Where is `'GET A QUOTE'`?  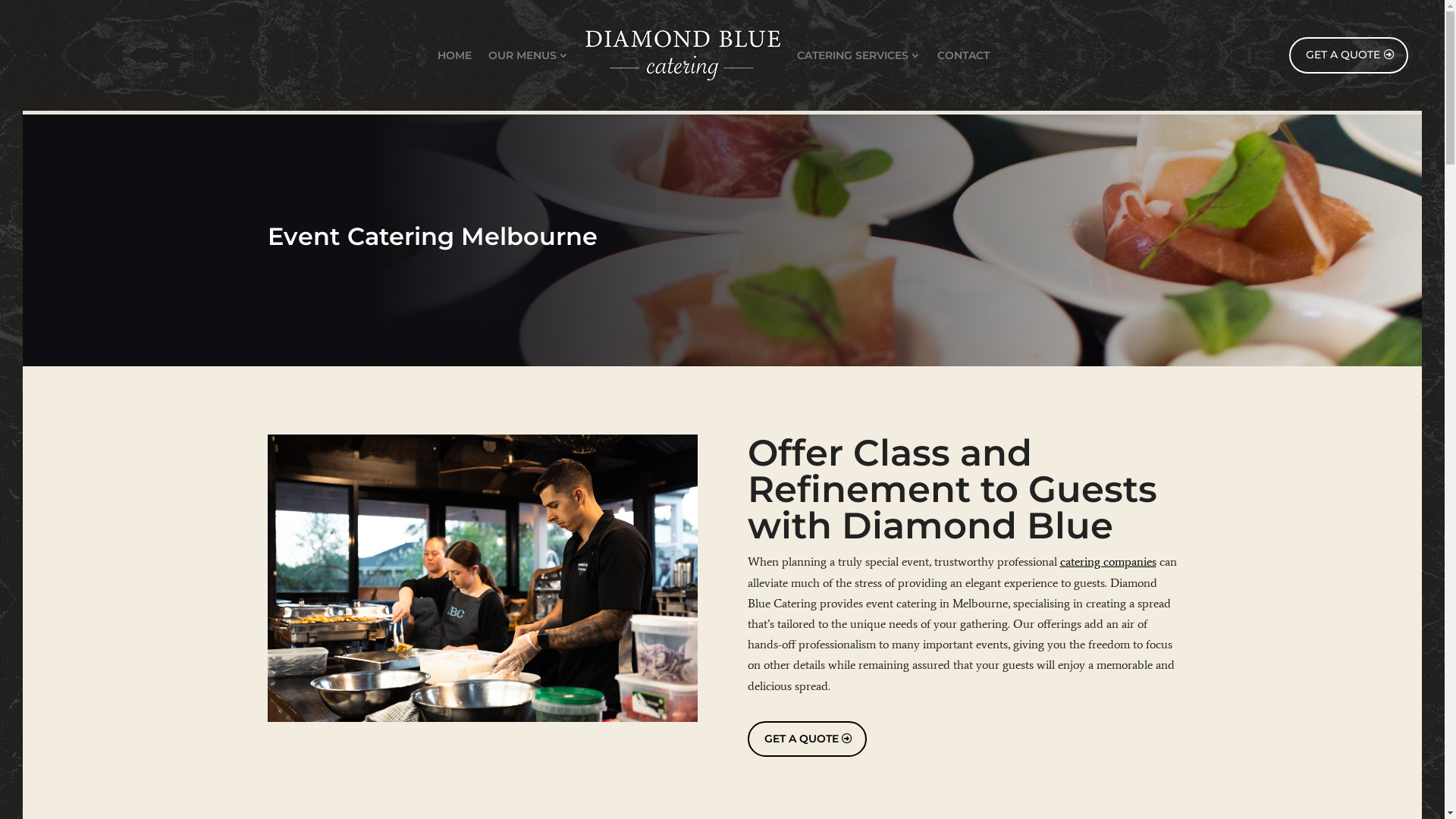 'GET A QUOTE' is located at coordinates (1348, 55).